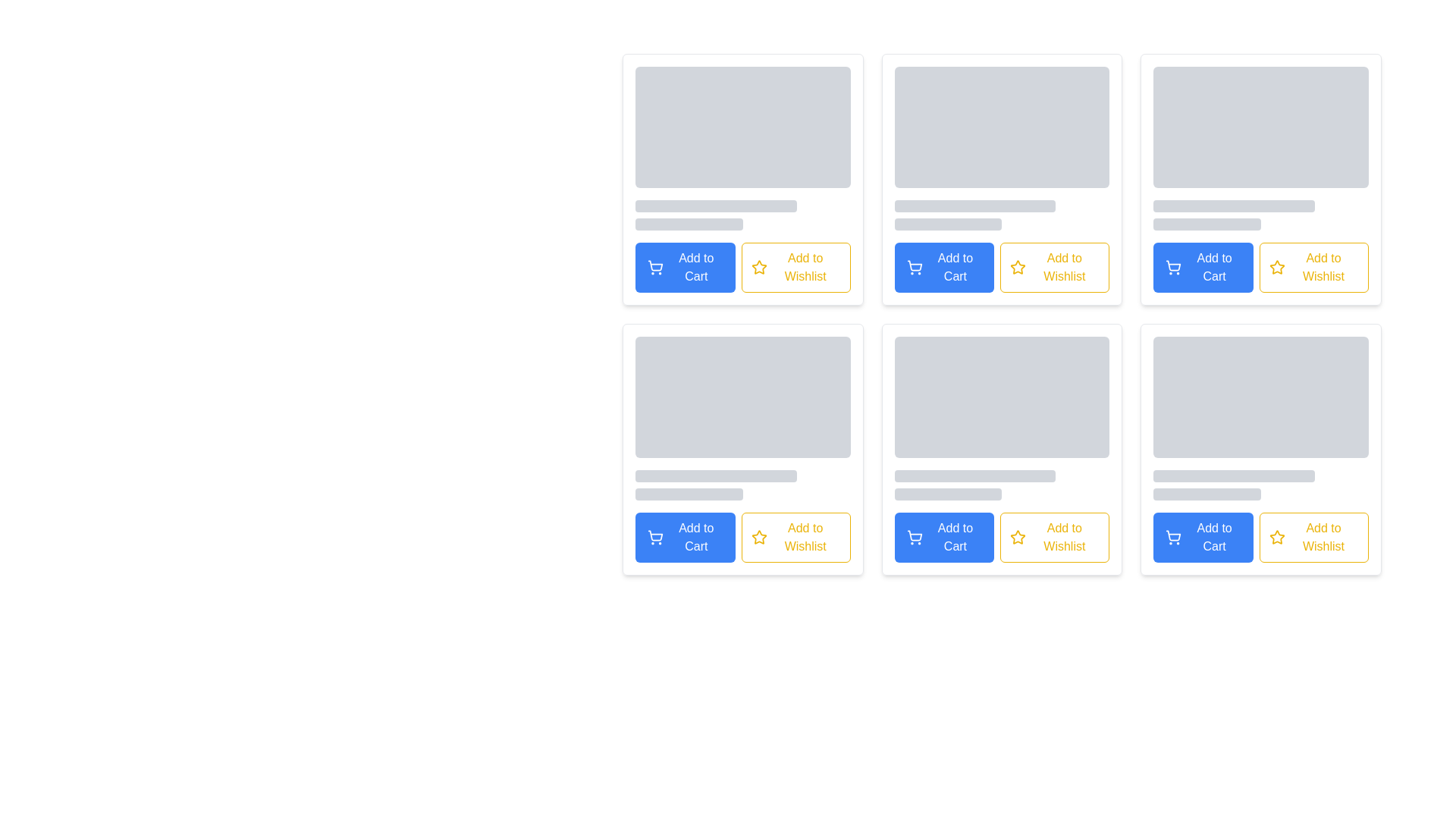  I want to click on the 'Add to Cart' button located in the first row, second column of the product grid layout, so click(943, 267).